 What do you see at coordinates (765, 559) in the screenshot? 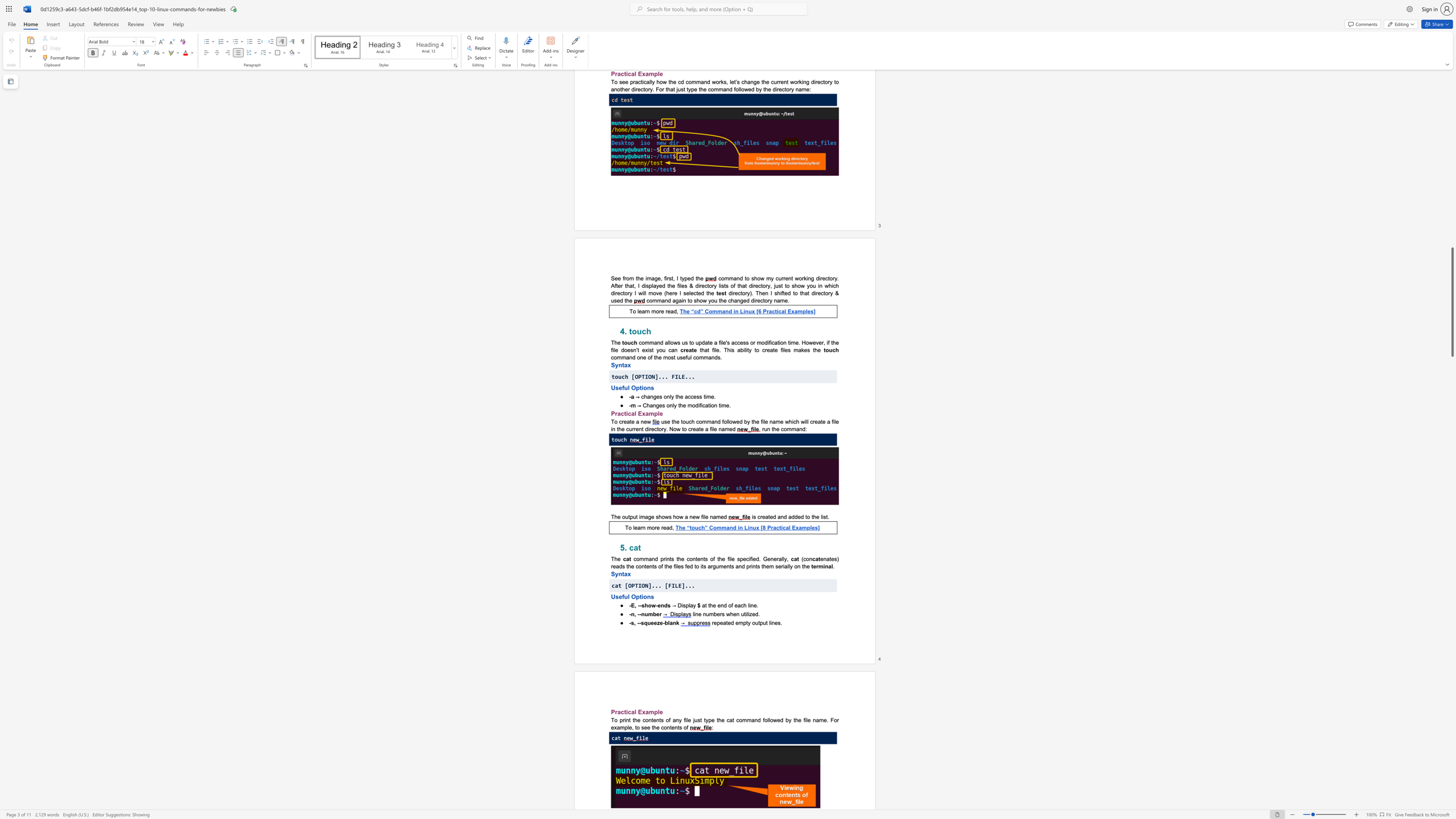
I see `the 1th character "G" in the text` at bounding box center [765, 559].